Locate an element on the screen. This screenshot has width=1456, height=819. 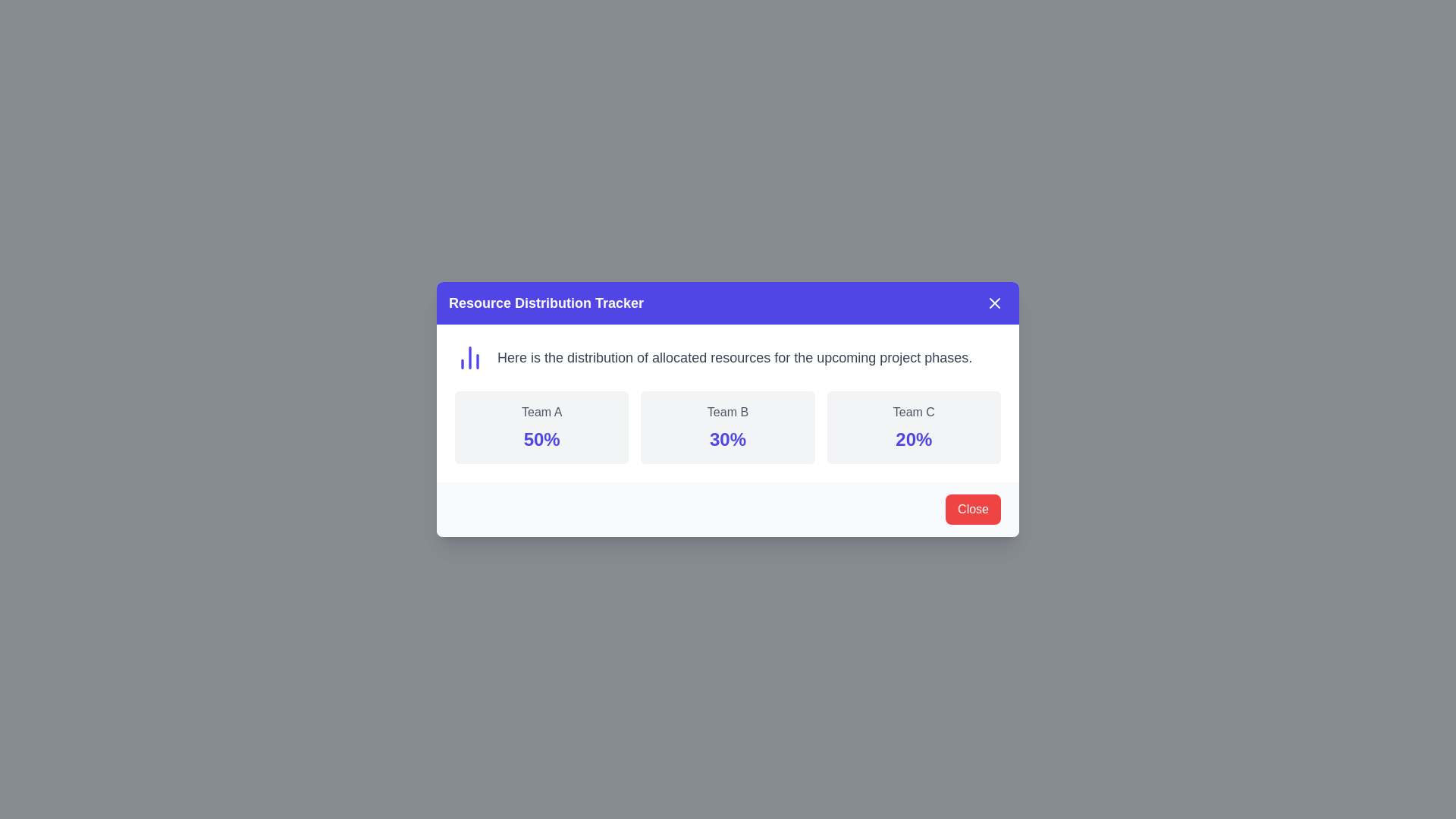
labels 'Team A', 'Team B', 'Team C' and their corresponding values '50%', '30%', '20%' from the horizontal card group located at the center-bottom of the modal dialog is located at coordinates (728, 427).